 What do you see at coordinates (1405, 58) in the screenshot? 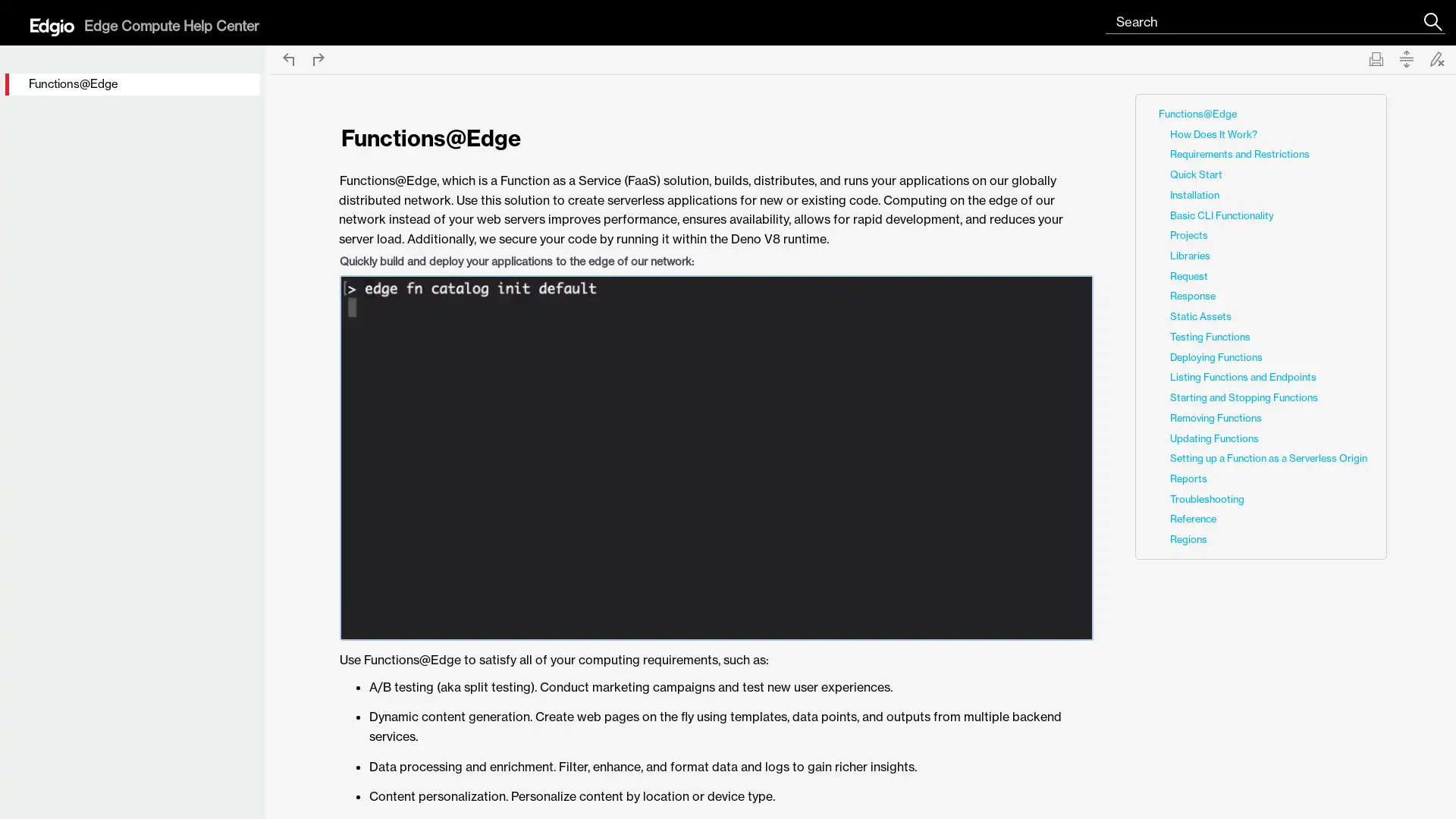
I see `expand all` at bounding box center [1405, 58].